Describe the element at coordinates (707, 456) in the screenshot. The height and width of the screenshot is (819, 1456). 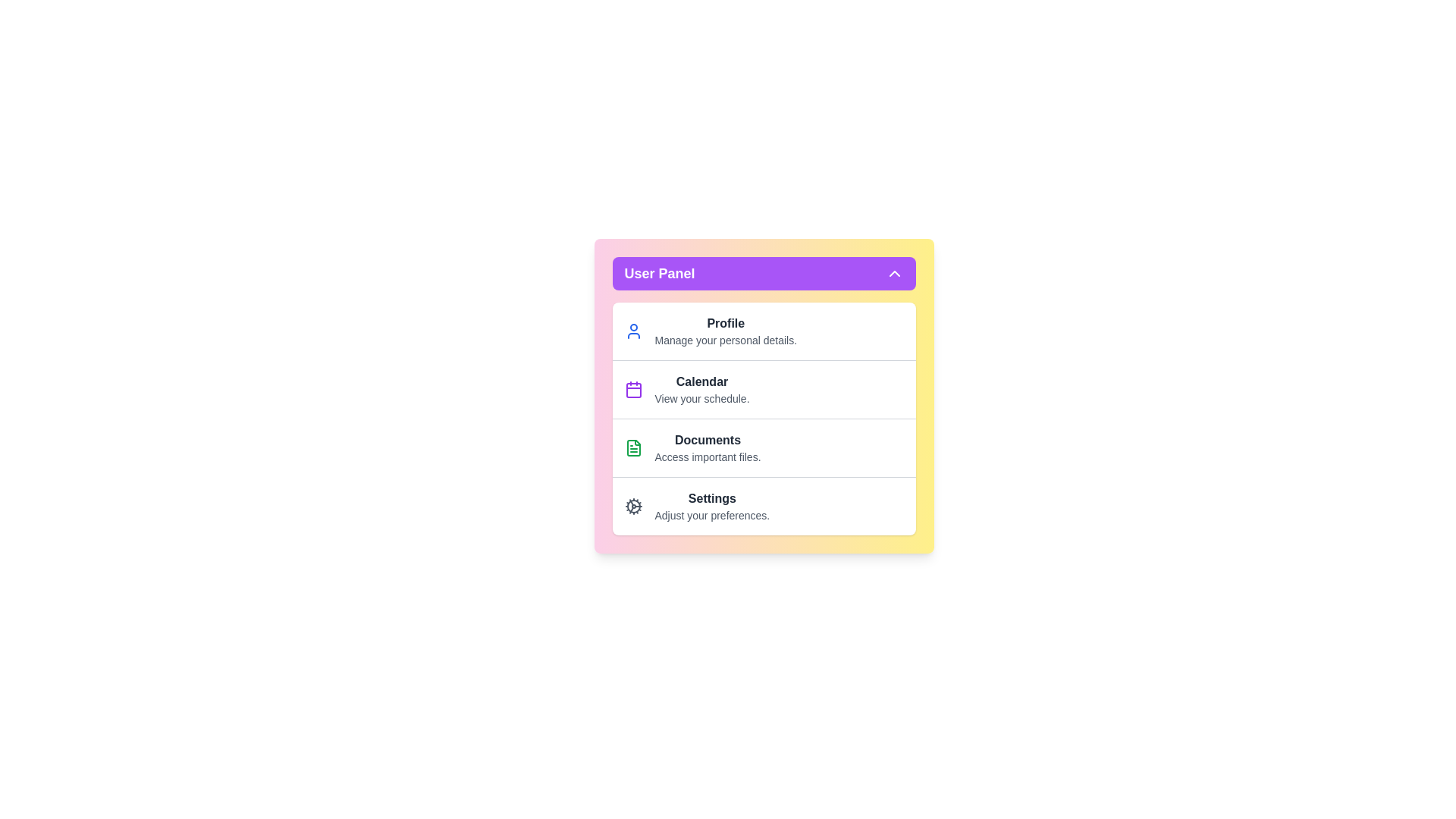
I see `the descriptive text element located in the 'Documents' section, positioned below the header 'Documents'` at that location.